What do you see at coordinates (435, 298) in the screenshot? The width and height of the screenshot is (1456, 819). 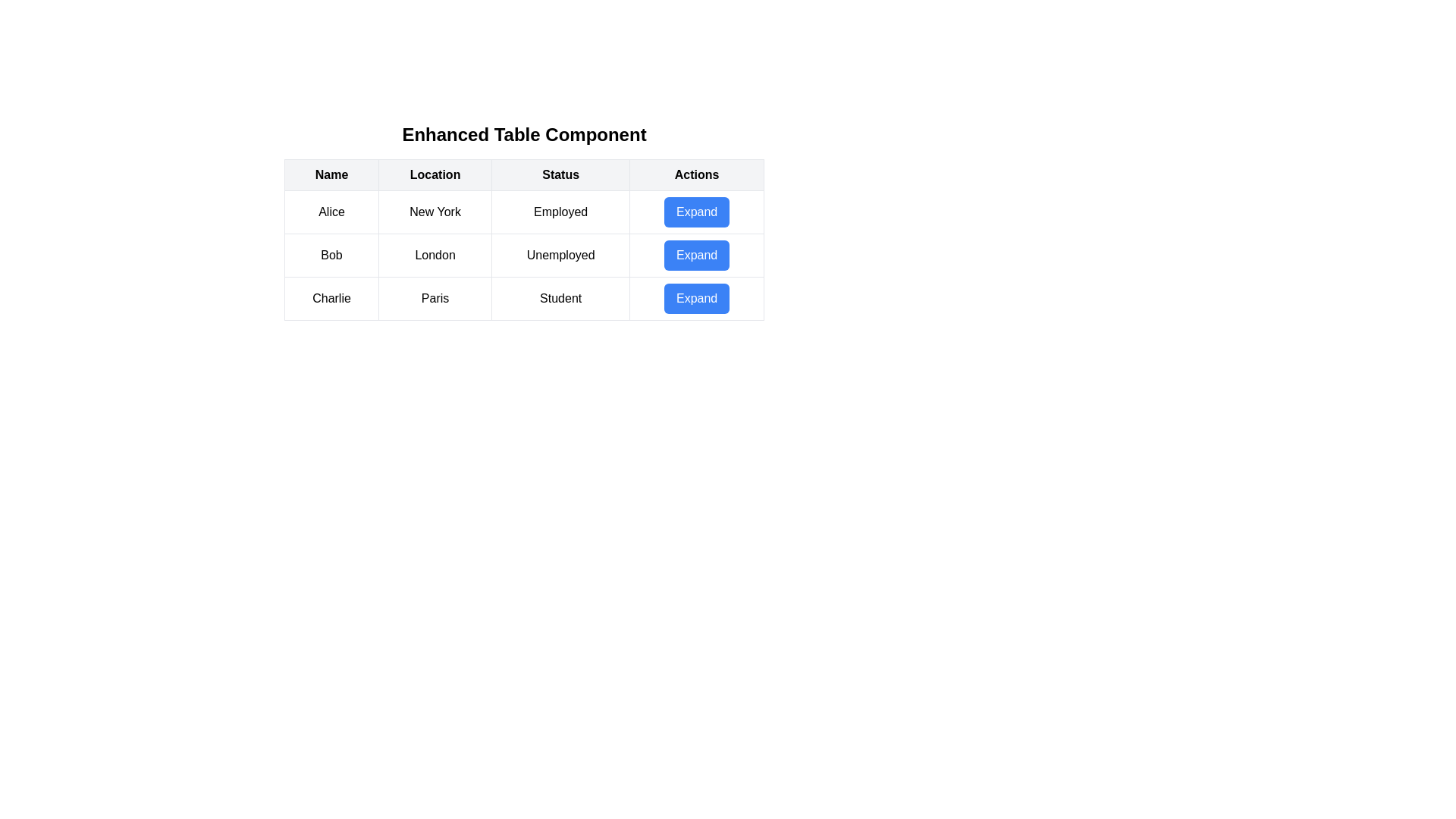 I see `the text label displaying 'Paris' in the second column of the row for 'Charlie' within the table` at bounding box center [435, 298].